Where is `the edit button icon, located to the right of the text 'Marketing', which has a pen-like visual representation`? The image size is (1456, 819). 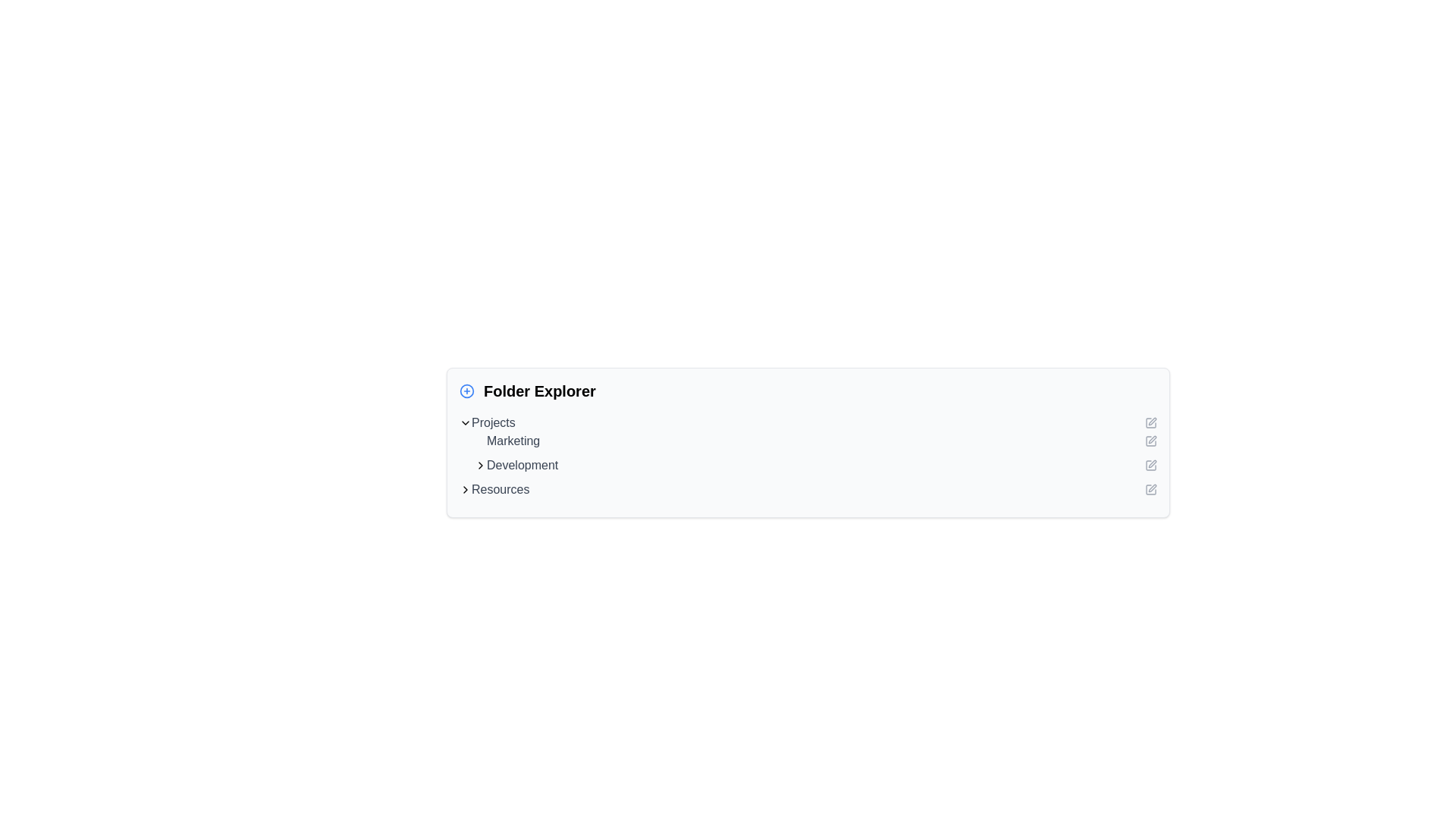 the edit button icon, located to the right of the text 'Marketing', which has a pen-like visual representation is located at coordinates (1150, 441).